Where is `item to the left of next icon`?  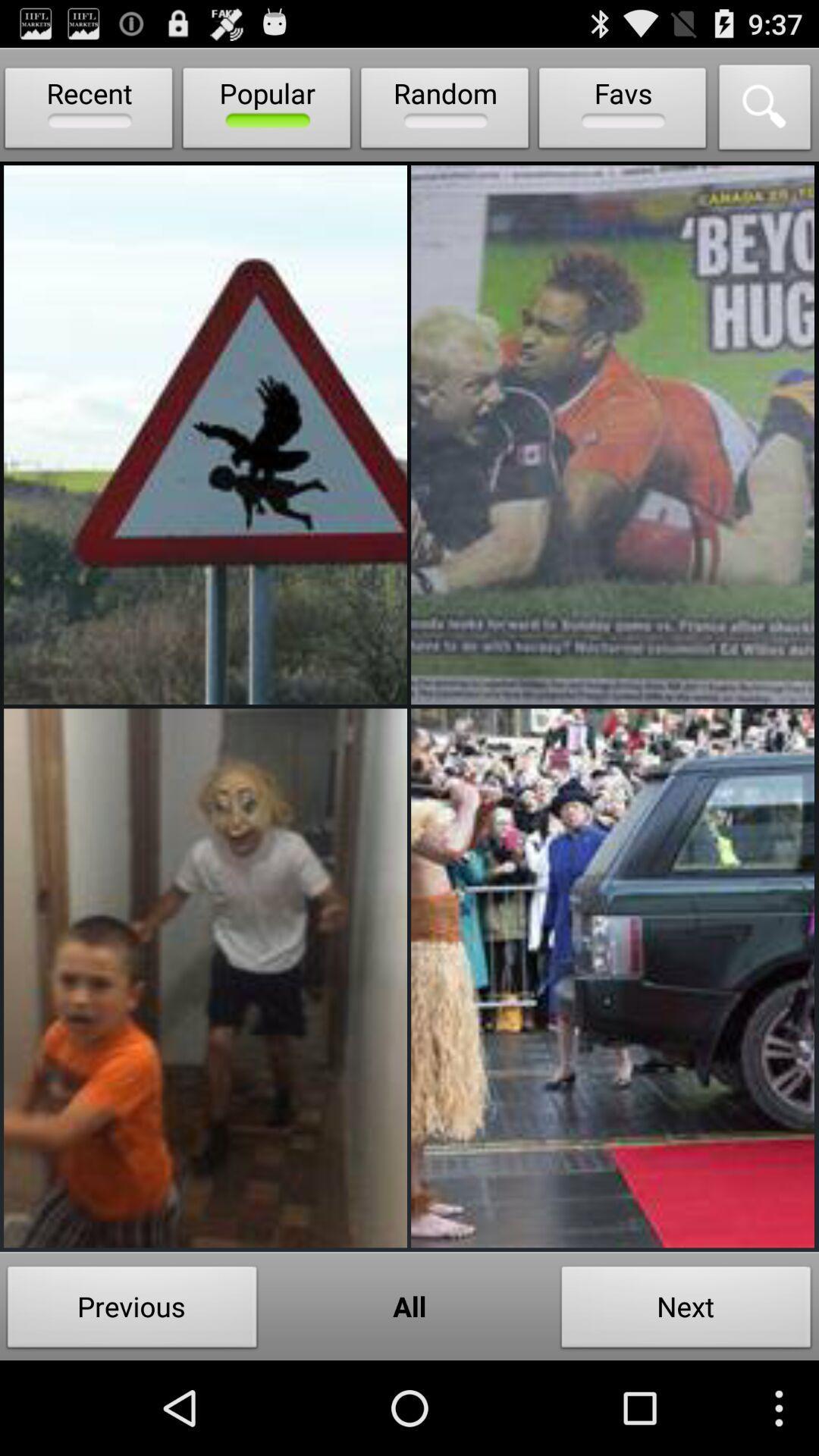 item to the left of next icon is located at coordinates (409, 1305).